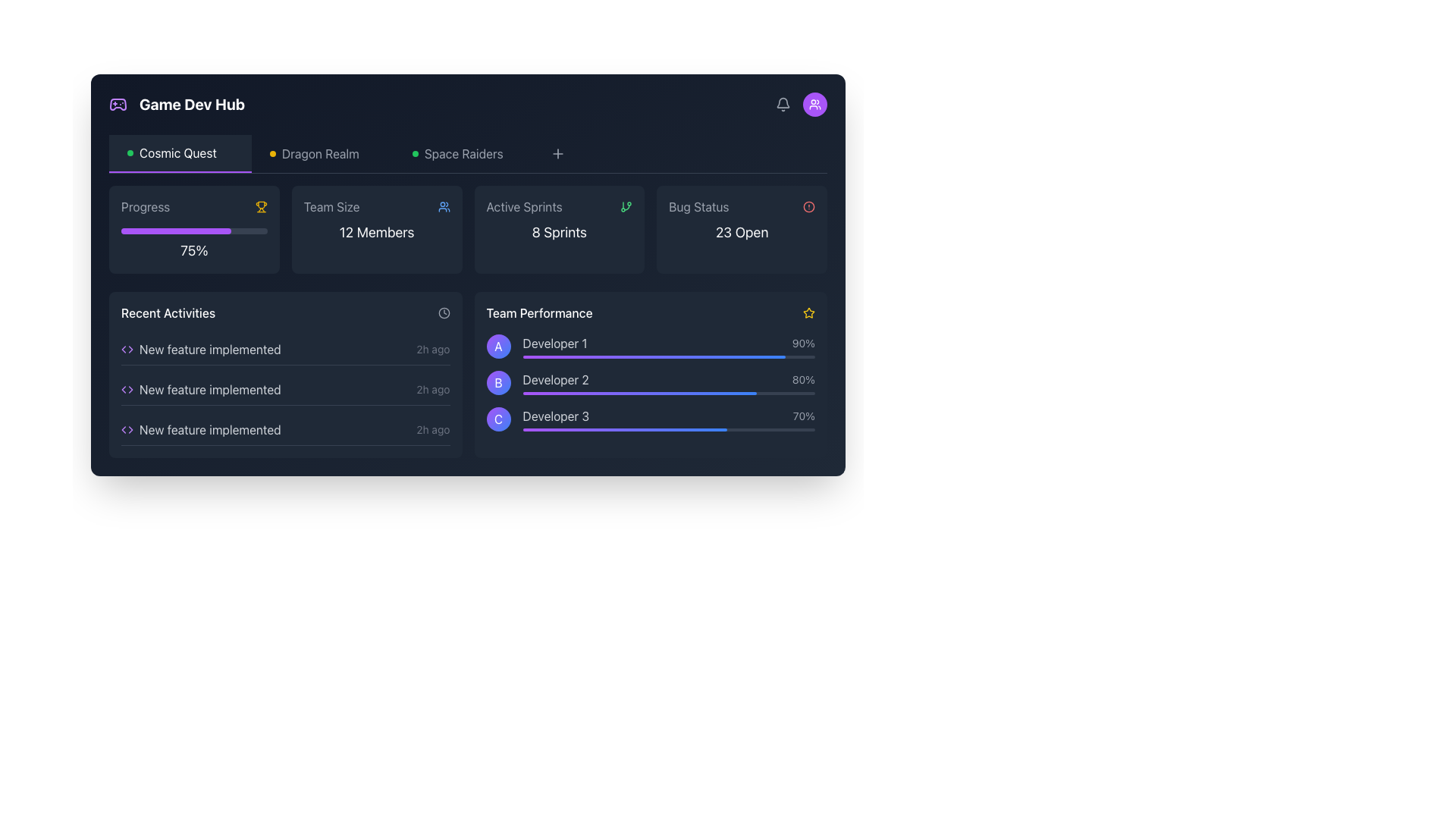 Image resolution: width=1456 pixels, height=819 pixels. Describe the element at coordinates (654, 356) in the screenshot. I see `the progress bar for 'Developer 2' in the 'Team Performance' section, which is a horizontal gradient bar transitioning from purple to blue, set against a gray background` at that location.